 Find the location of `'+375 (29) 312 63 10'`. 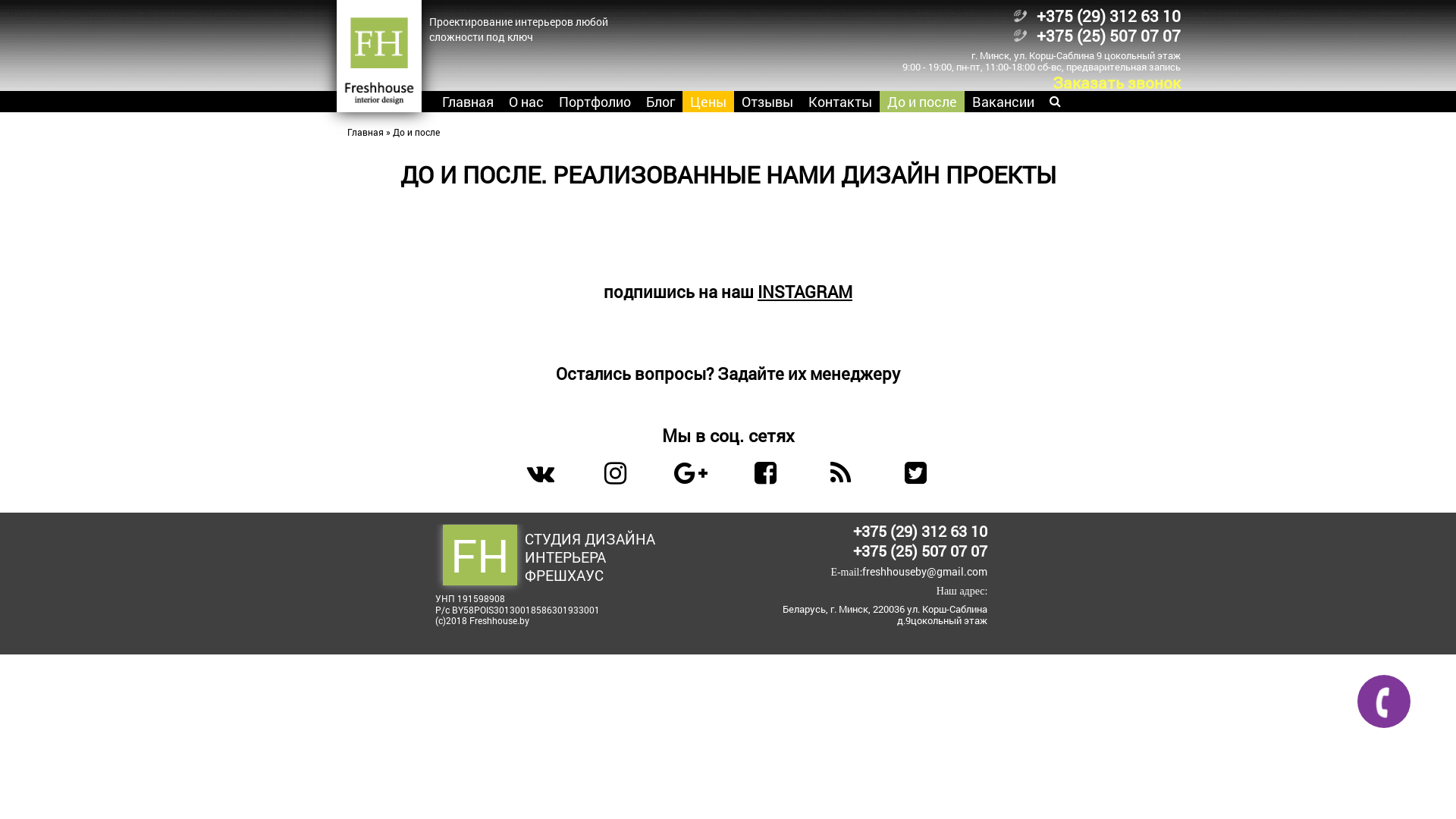

'+375 (29) 312 63 10' is located at coordinates (919, 529).